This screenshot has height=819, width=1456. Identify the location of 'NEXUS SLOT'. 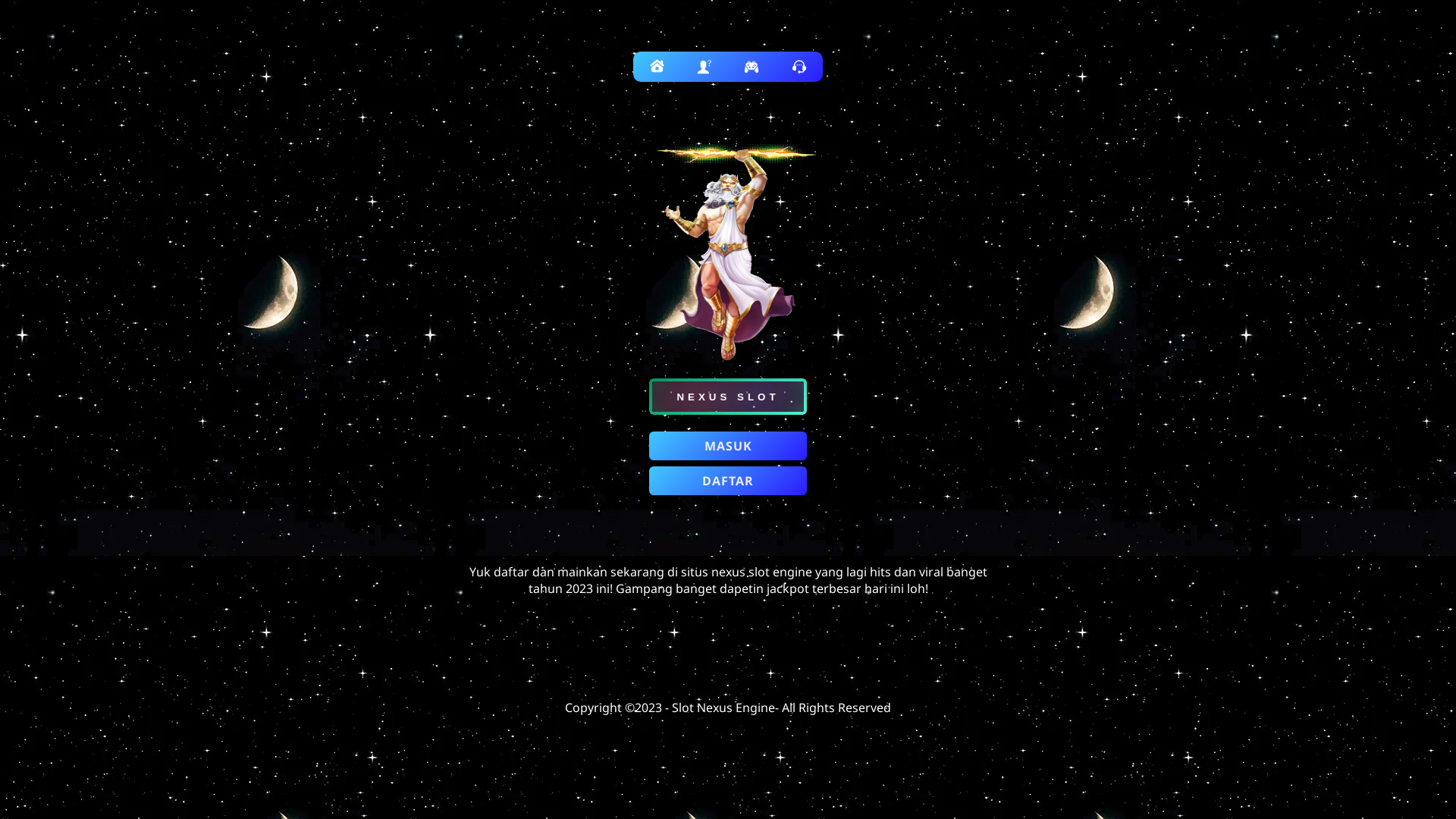
(728, 396).